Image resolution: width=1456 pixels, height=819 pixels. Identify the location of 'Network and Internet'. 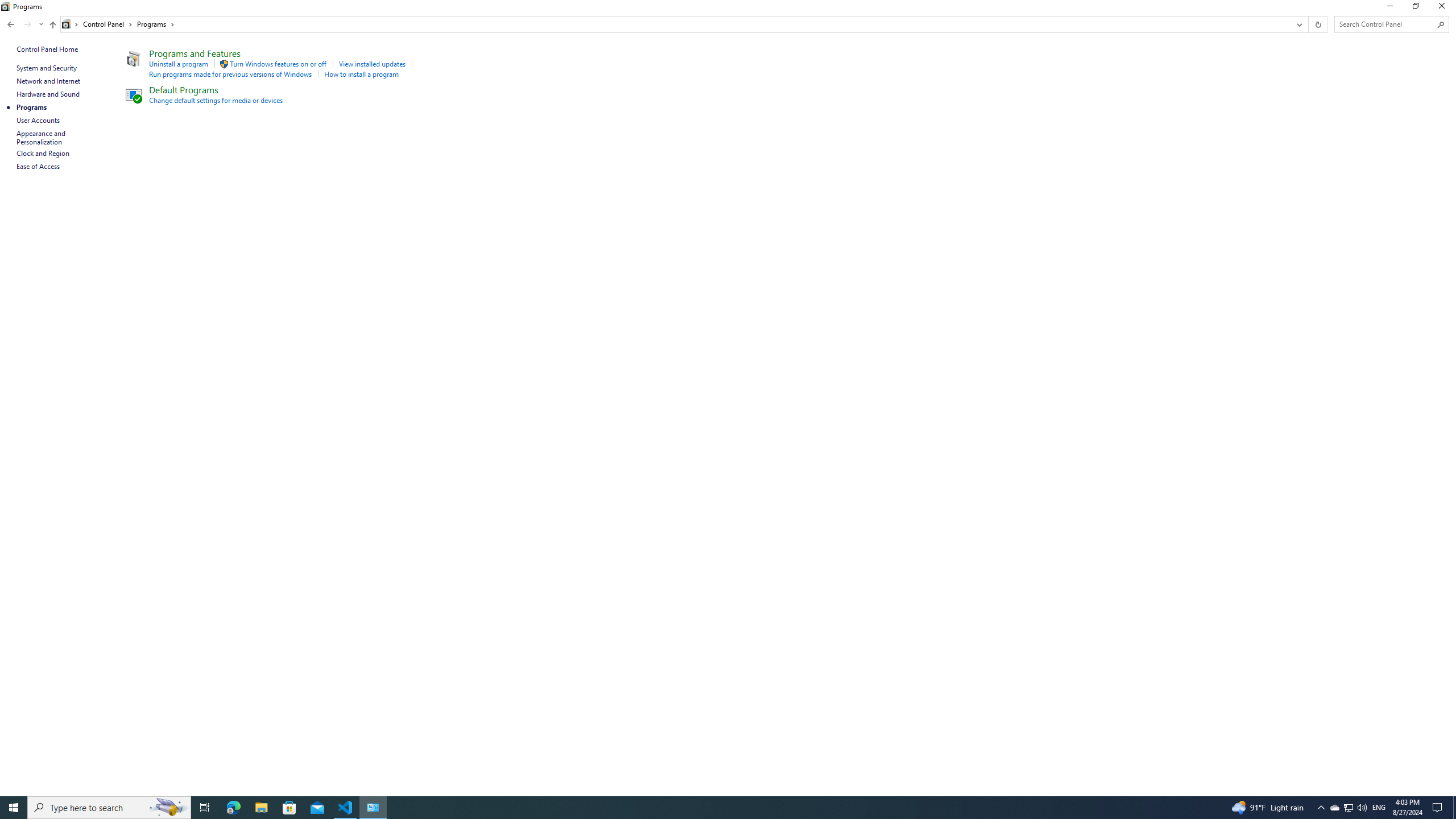
(48, 80).